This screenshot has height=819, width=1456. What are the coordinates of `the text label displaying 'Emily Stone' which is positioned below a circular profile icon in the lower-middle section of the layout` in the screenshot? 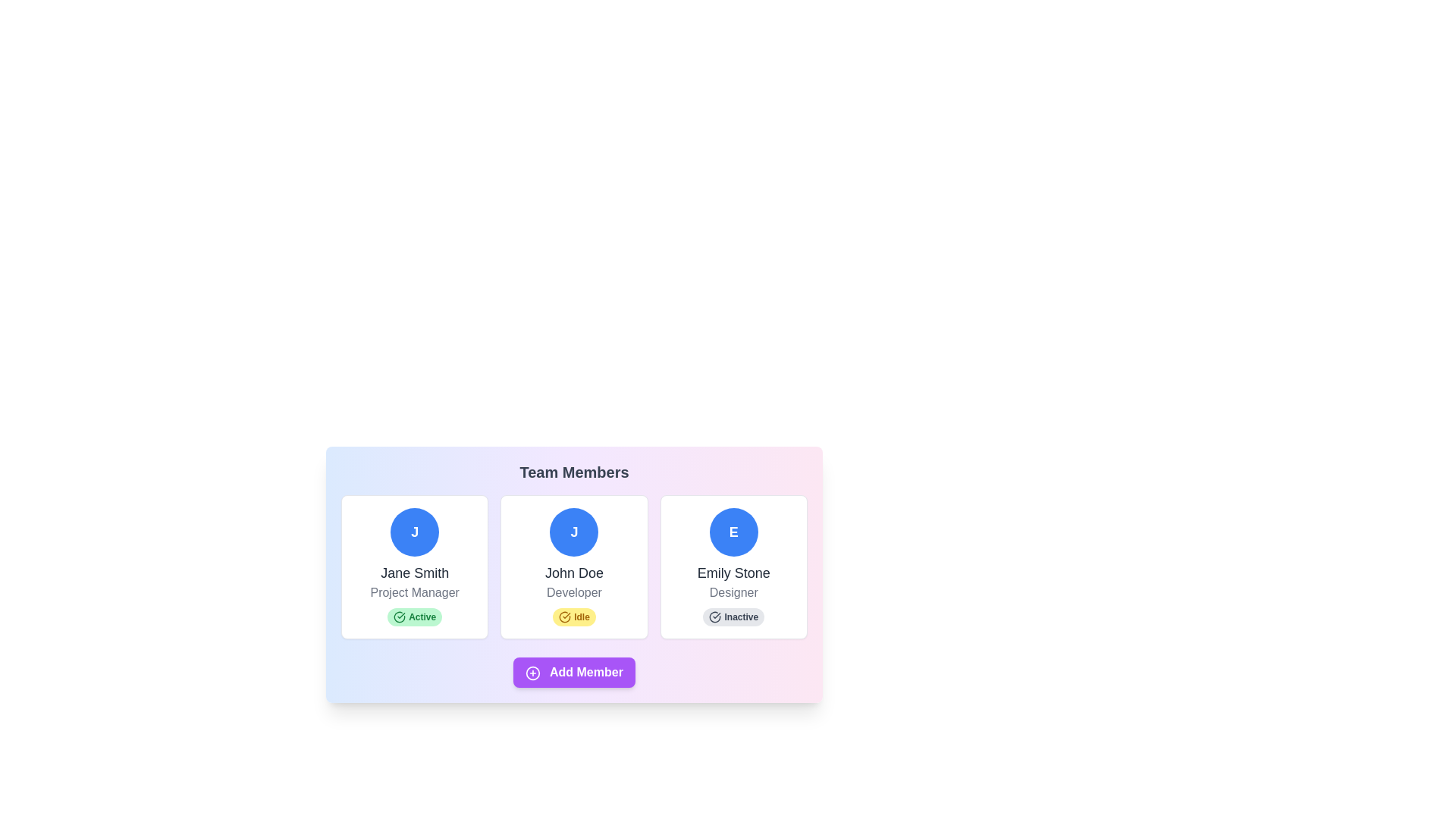 It's located at (733, 573).